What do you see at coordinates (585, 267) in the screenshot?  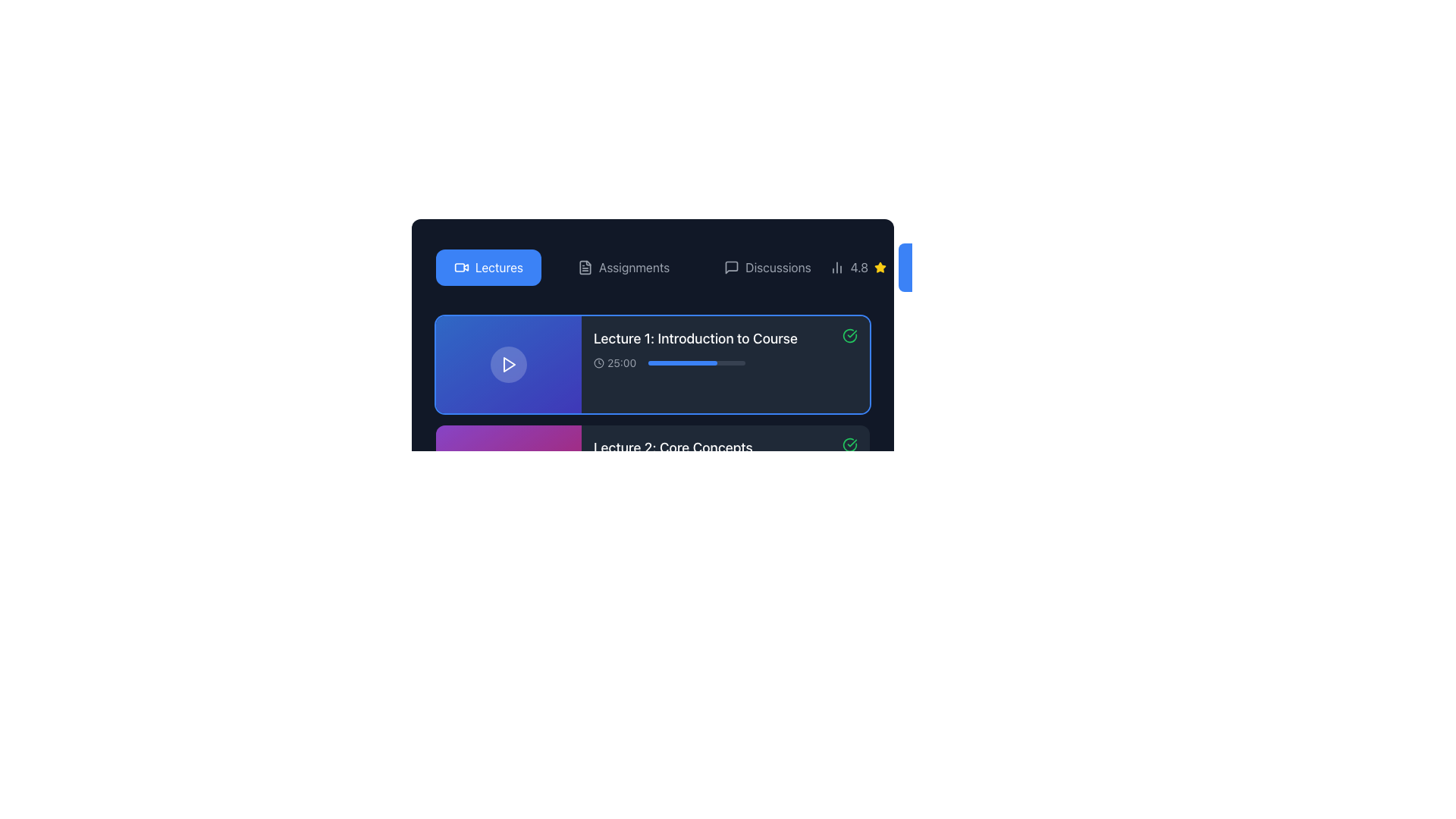 I see `the document icon located to the left of the 'Assignments' label in the top navigation bar` at bounding box center [585, 267].